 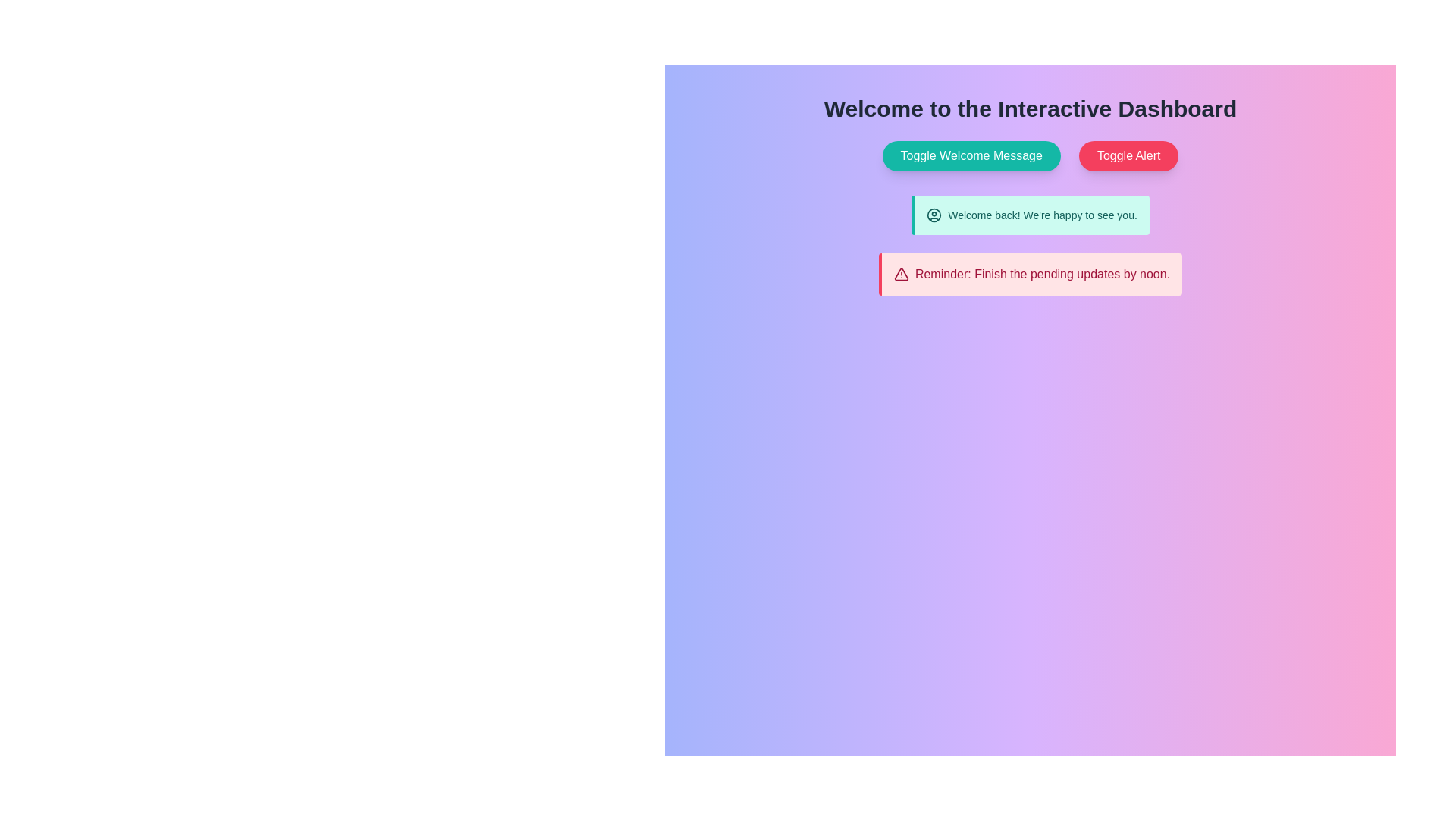 I want to click on the circular user icon that represents a user profile, positioned to the left of the 'Welcome back! We're happy, so click(x=934, y=215).